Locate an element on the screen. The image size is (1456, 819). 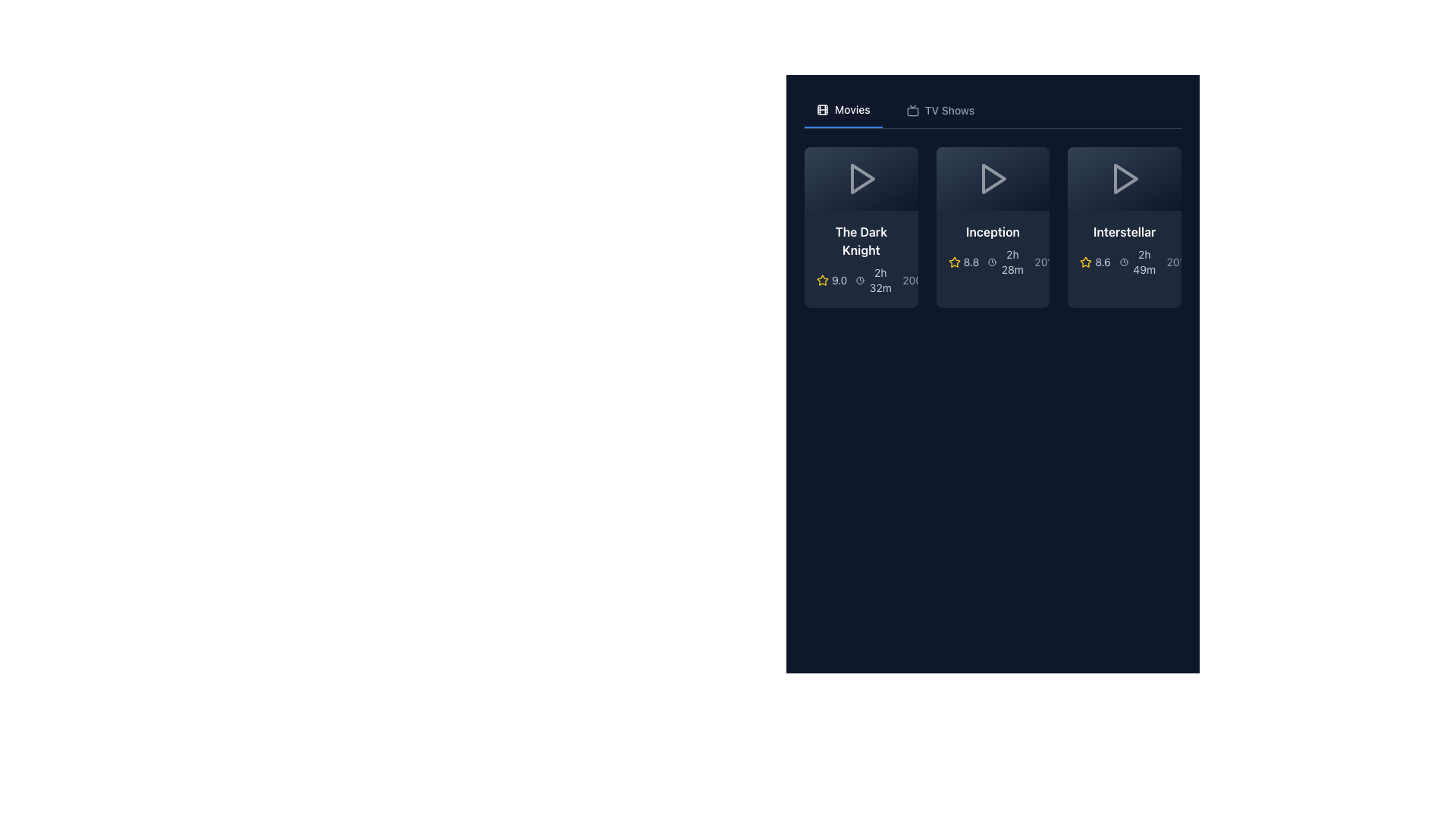
the triangular play button icon located above the title 'The Dark Knight' in the first media card to initiate playback is located at coordinates (862, 178).